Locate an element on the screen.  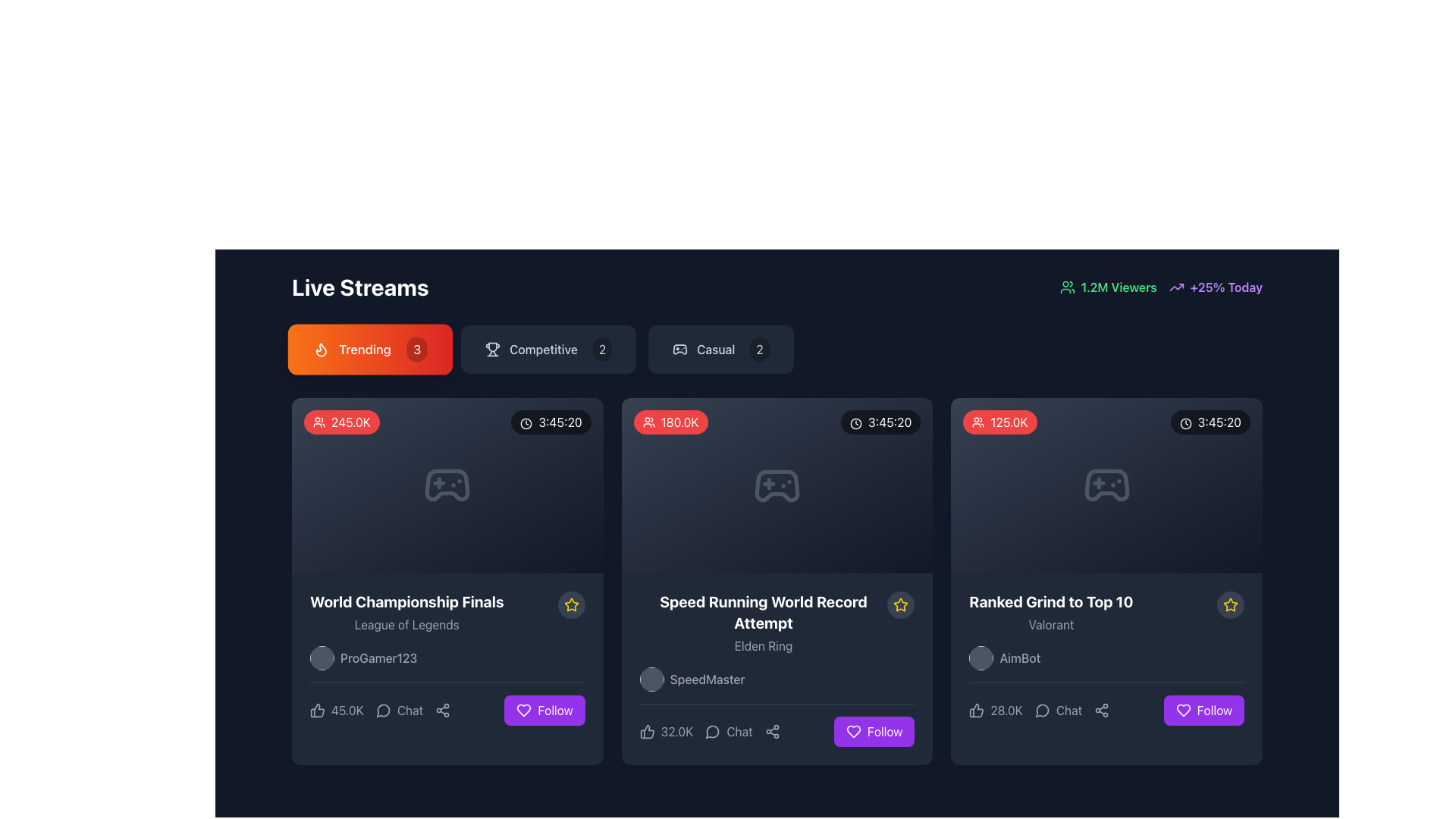
the heart-shaped icon located at the bottom-right corner of the third card from the left is located at coordinates (1182, 711).